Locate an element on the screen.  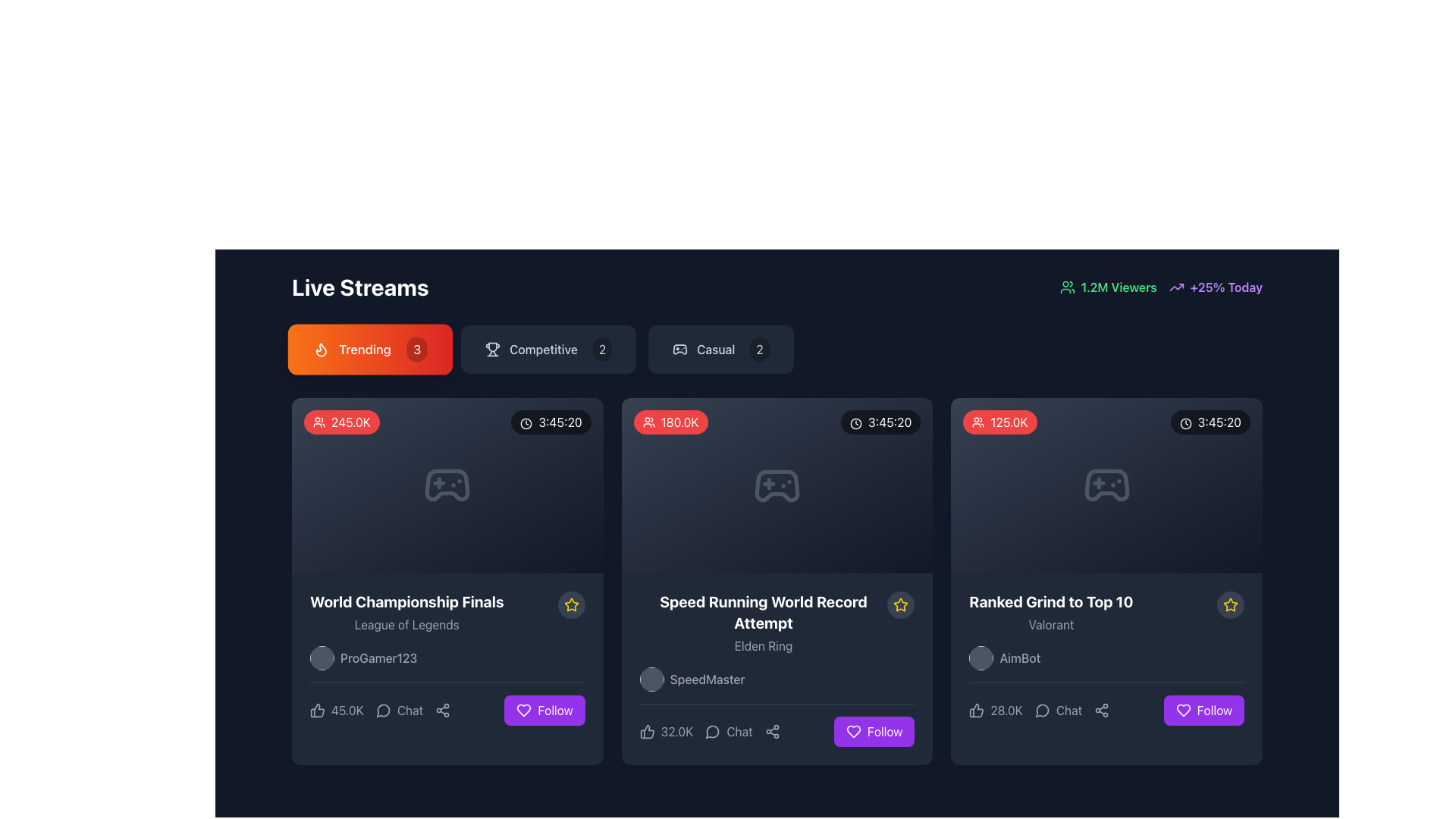
the heart-shaped icon located at the bottom-right corner of the third card from the left is located at coordinates (1182, 711).